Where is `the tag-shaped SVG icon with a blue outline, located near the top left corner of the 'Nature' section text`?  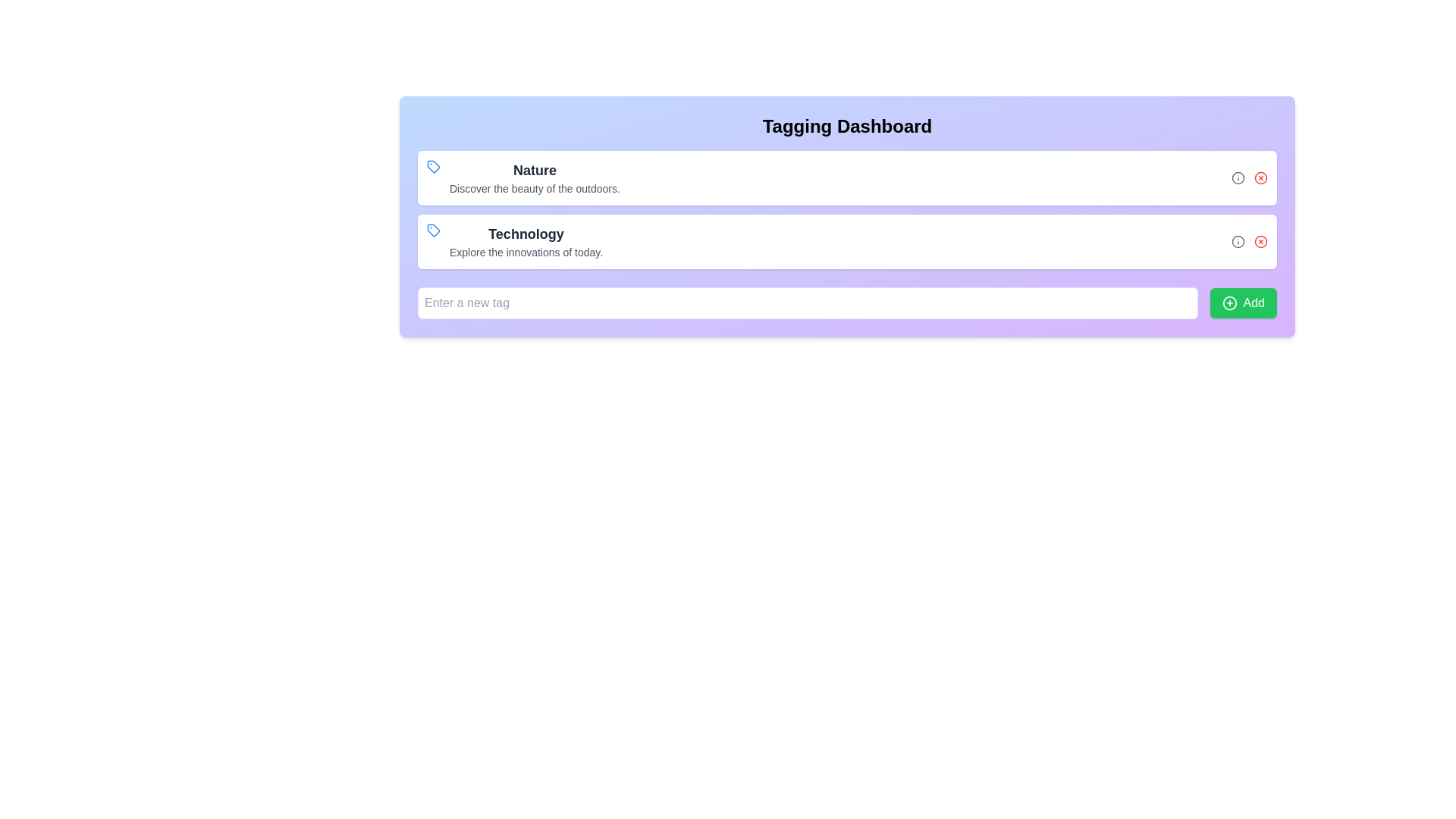 the tag-shaped SVG icon with a blue outline, located near the top left corner of the 'Nature' section text is located at coordinates (432, 231).